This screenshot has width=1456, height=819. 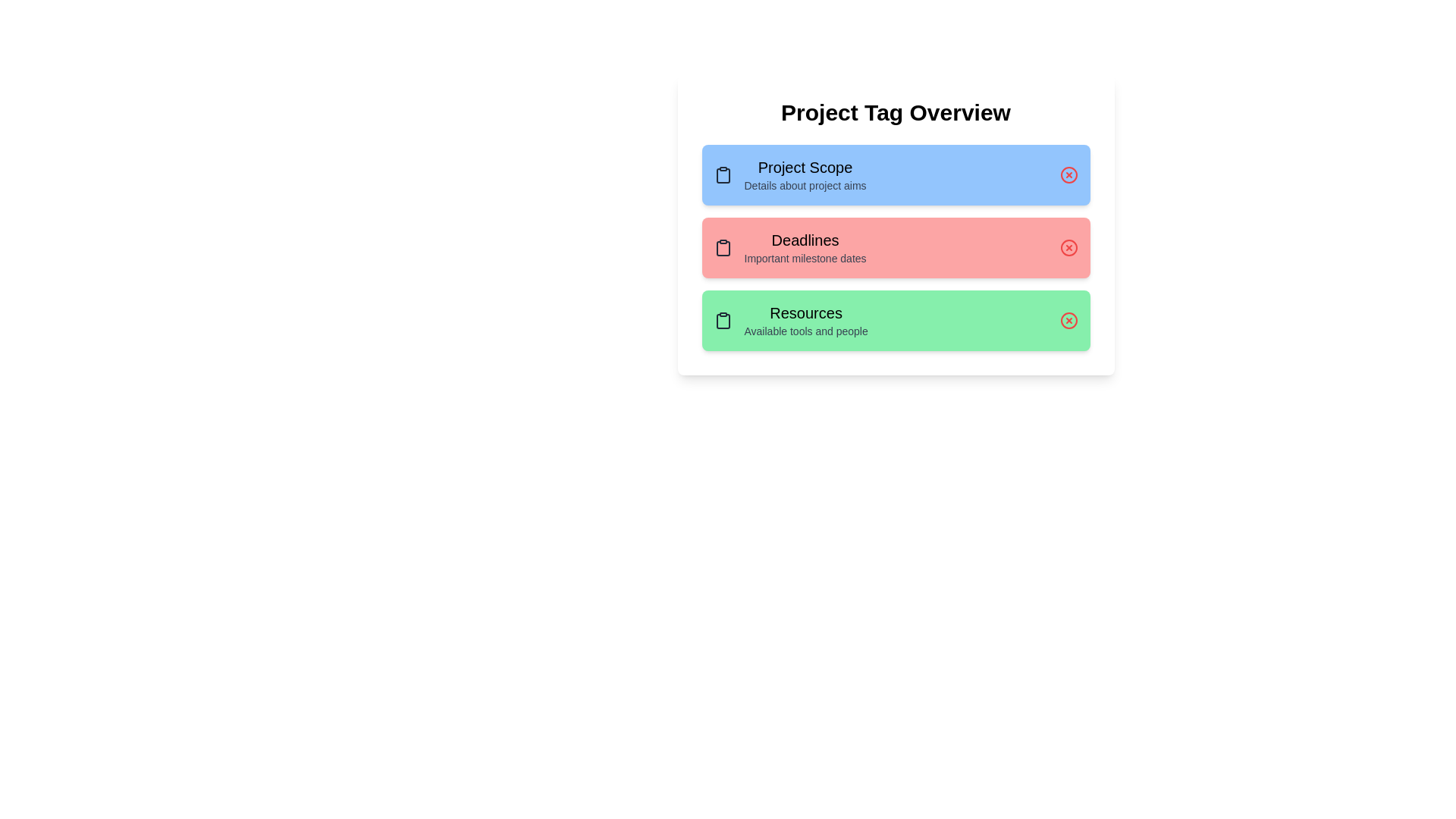 I want to click on the delete button for the tag labeled 'Resources' to remove it, so click(x=1068, y=320).